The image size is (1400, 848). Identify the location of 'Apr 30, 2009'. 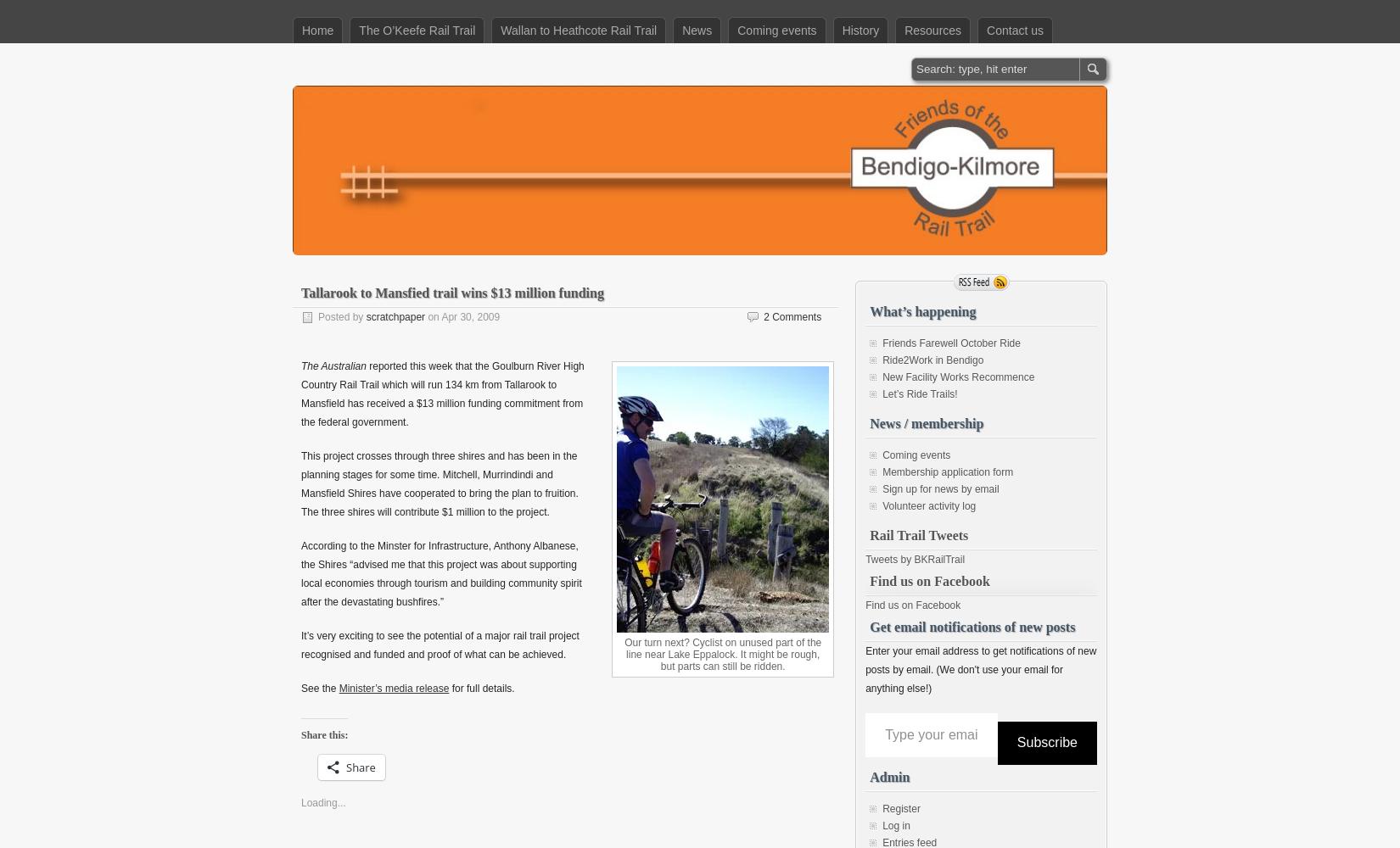
(469, 316).